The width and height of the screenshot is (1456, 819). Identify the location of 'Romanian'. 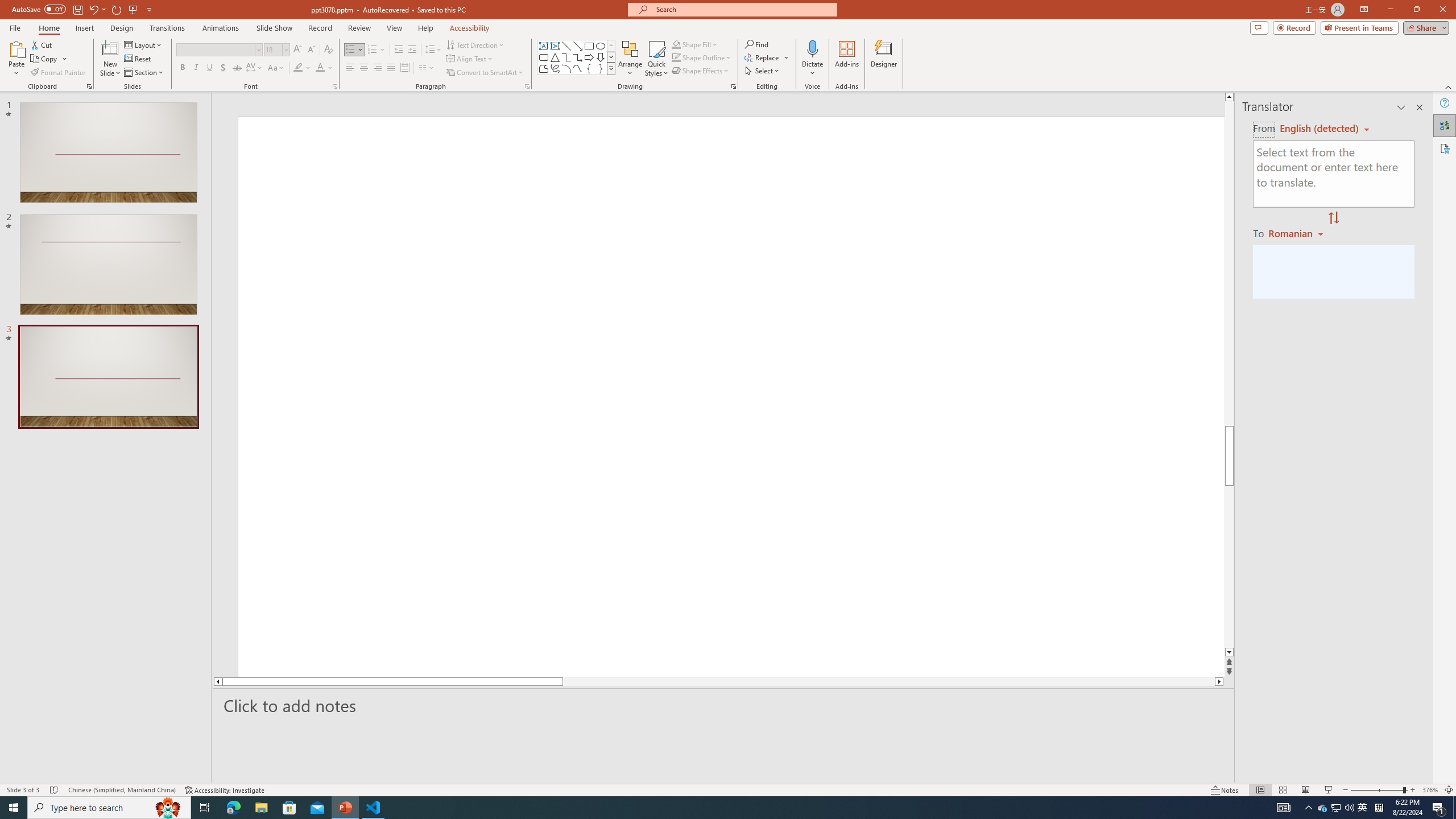
(1296, 233).